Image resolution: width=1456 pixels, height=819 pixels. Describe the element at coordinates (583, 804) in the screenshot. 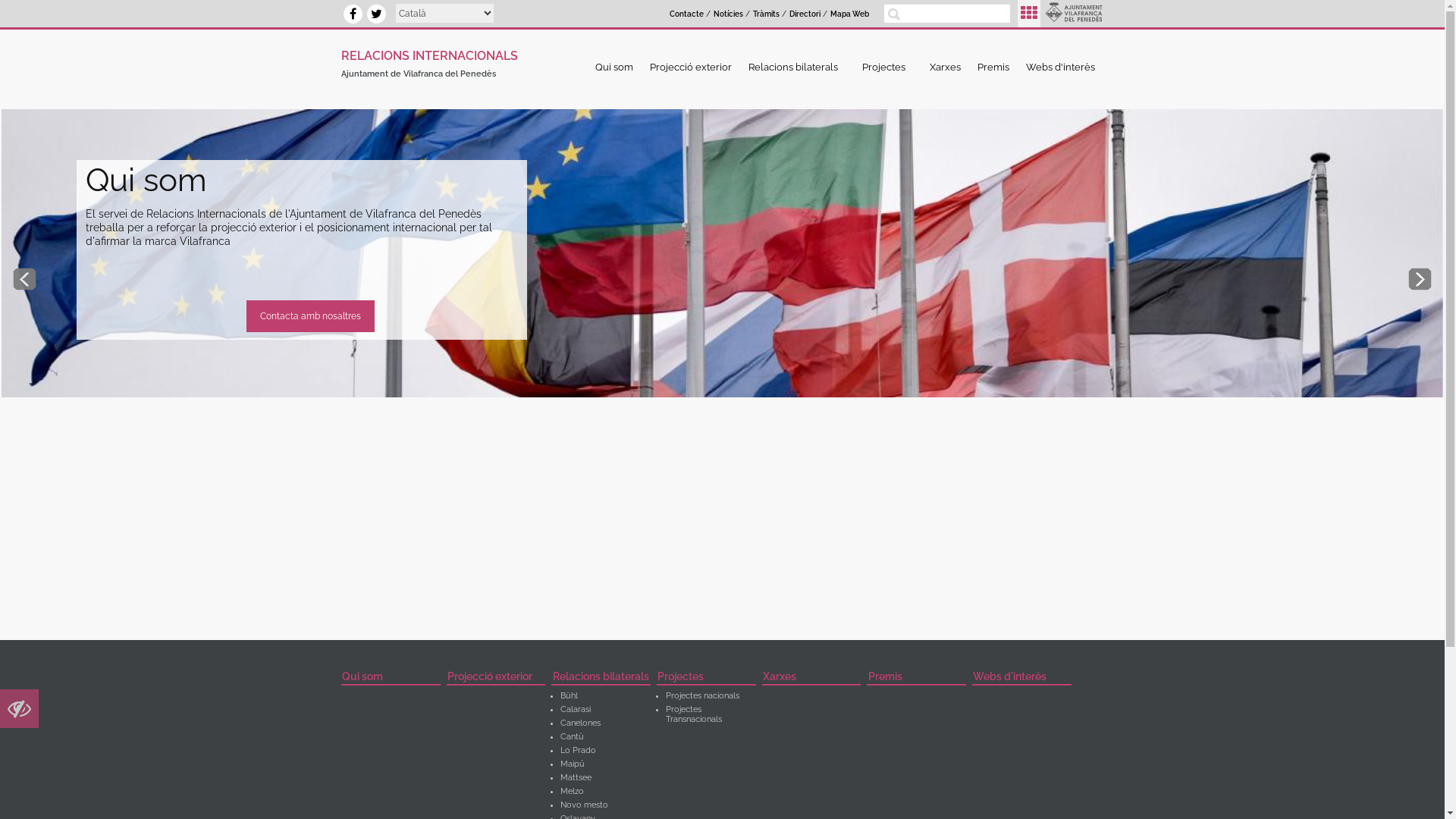

I see `'Novo mesto'` at that location.